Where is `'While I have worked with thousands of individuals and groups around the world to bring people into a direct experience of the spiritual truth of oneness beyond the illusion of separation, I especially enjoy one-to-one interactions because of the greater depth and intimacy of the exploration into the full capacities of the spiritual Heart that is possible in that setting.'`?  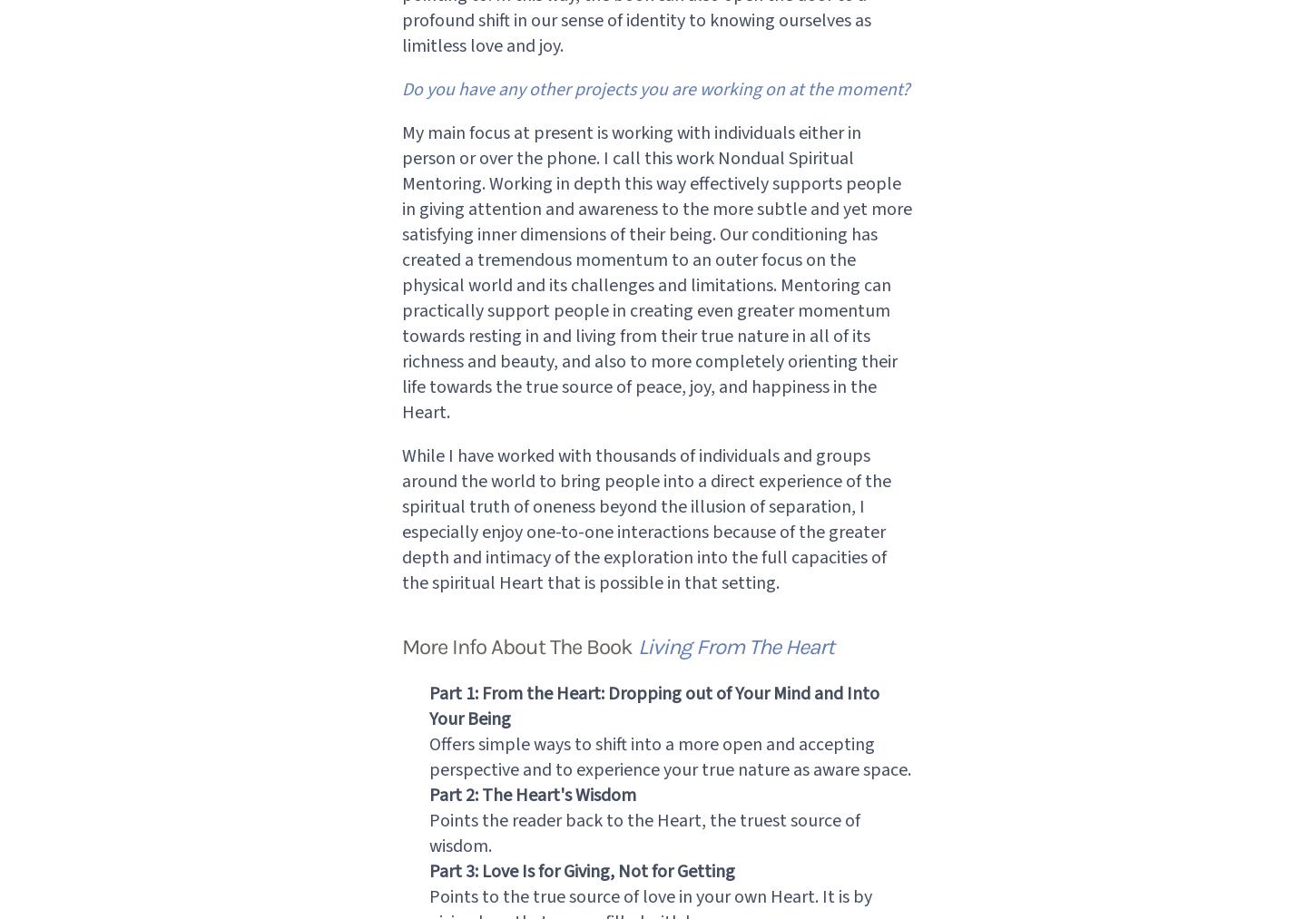 'While I have worked with thousands of individuals and groups around the world to bring people into a direct experience of the spiritual truth of oneness beyond the illusion of separation, I especially enjoy one-to-one interactions because of the greater depth and intimacy of the exploration into the full capacities of the spiritual Heart that is possible in that setting.' is located at coordinates (399, 519).